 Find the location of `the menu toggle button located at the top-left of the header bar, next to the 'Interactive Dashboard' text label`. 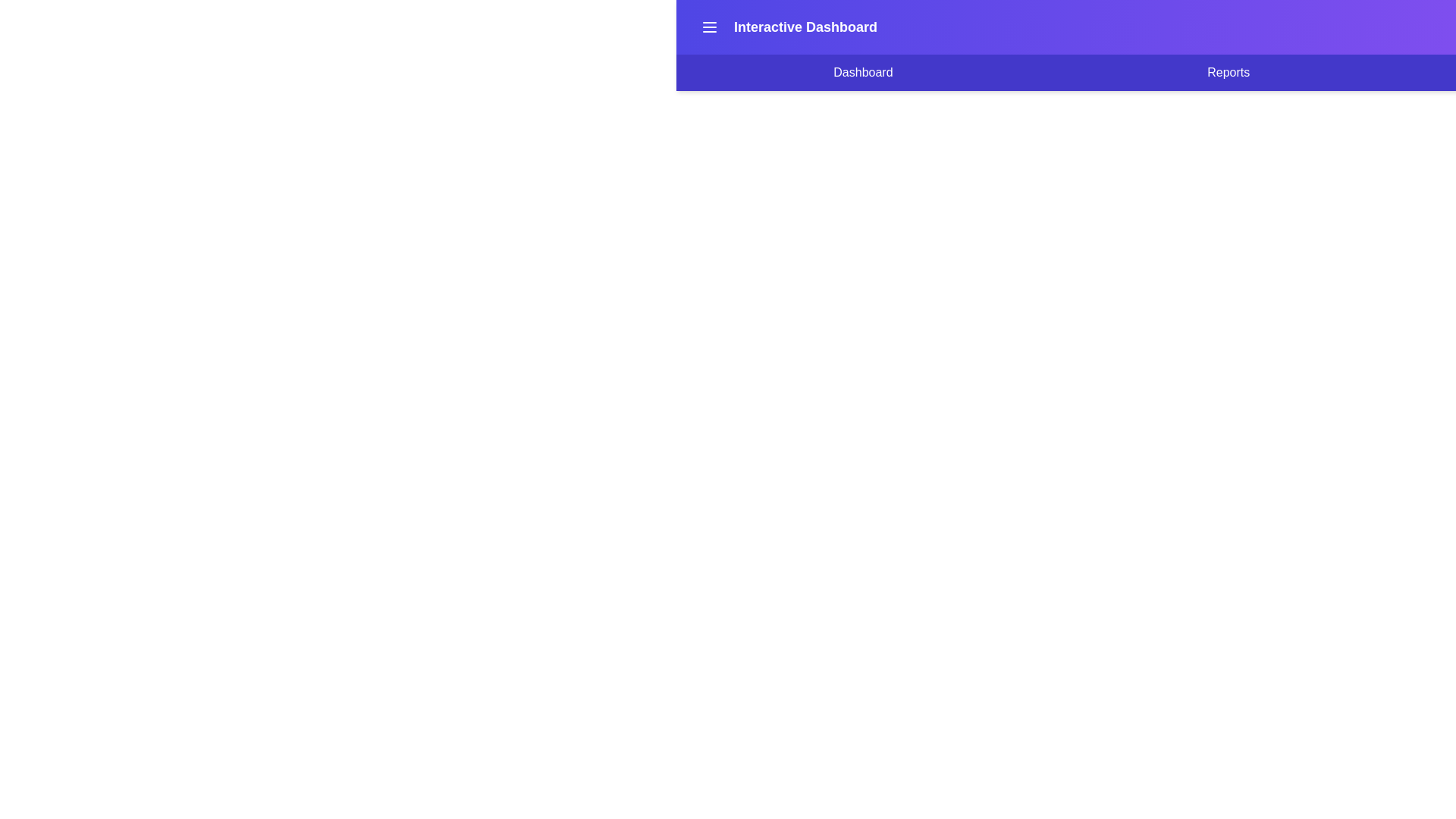

the menu toggle button located at the top-left of the header bar, next to the 'Interactive Dashboard' text label is located at coordinates (709, 27).